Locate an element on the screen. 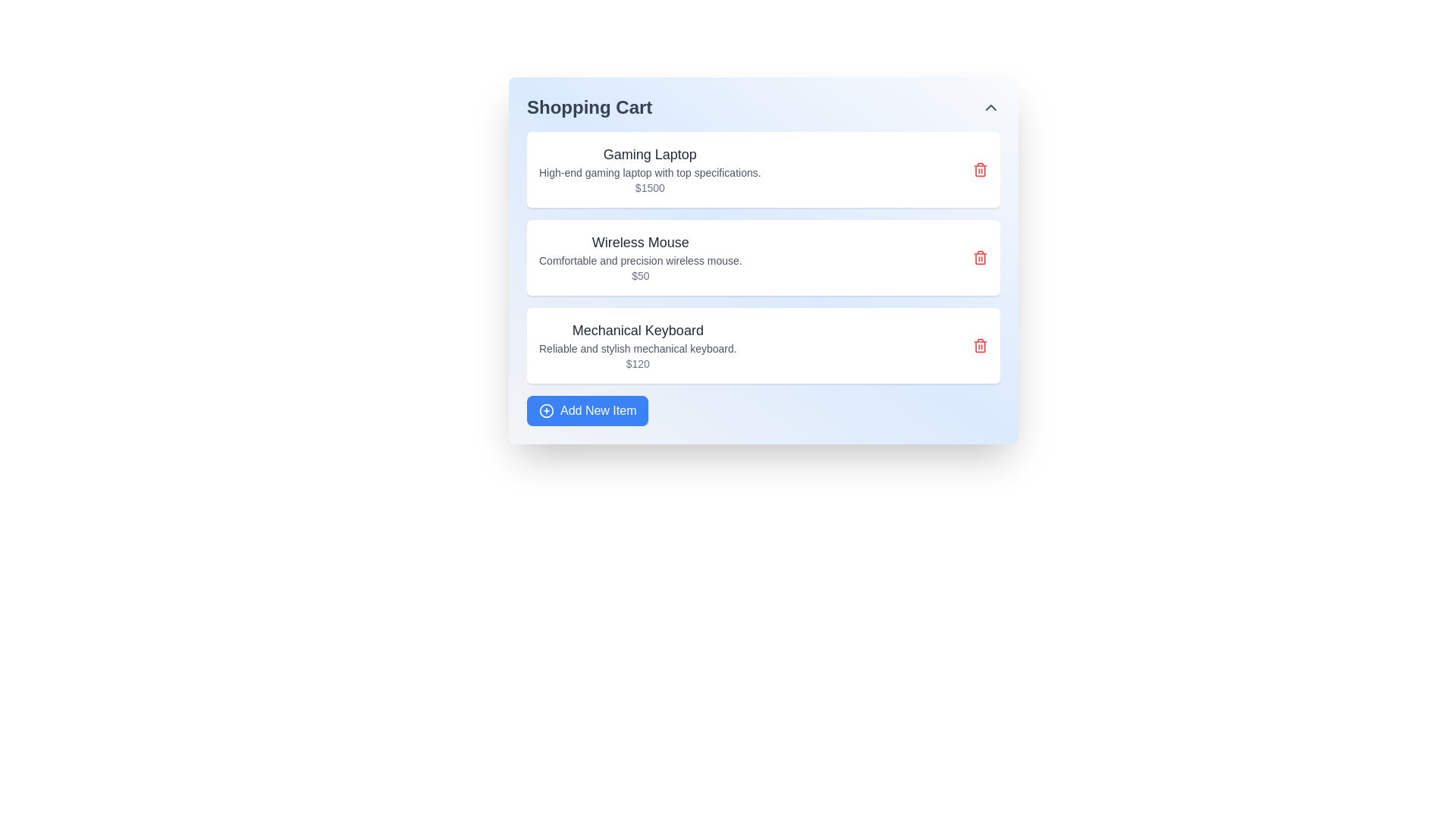 The image size is (1456, 819). the 'Wireless Mouse' label in the shopping cart is located at coordinates (640, 242).